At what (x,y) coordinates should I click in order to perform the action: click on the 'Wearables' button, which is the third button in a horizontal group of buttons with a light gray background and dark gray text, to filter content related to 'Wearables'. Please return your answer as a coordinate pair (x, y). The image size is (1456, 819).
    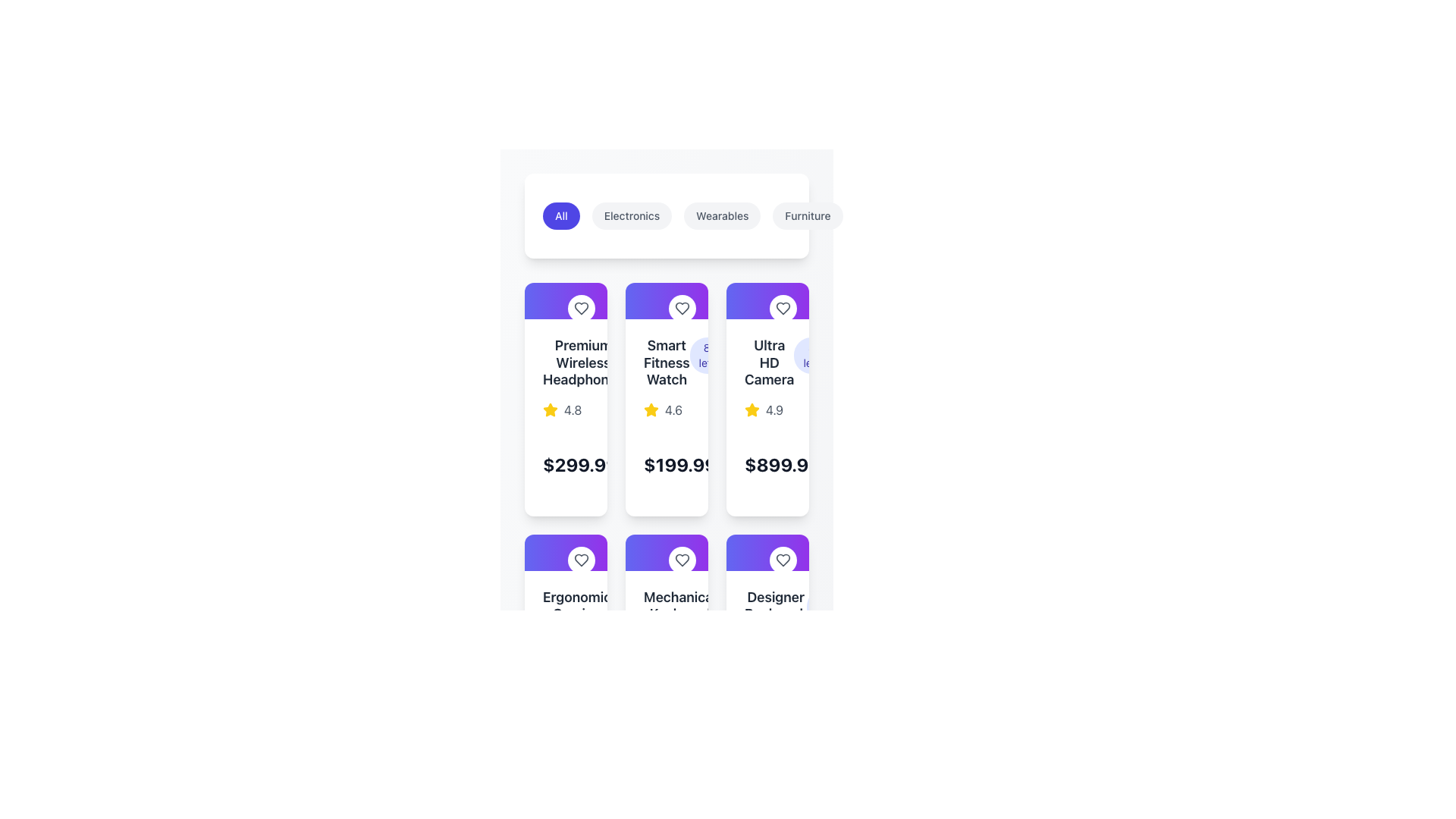
    Looking at the image, I should click on (721, 216).